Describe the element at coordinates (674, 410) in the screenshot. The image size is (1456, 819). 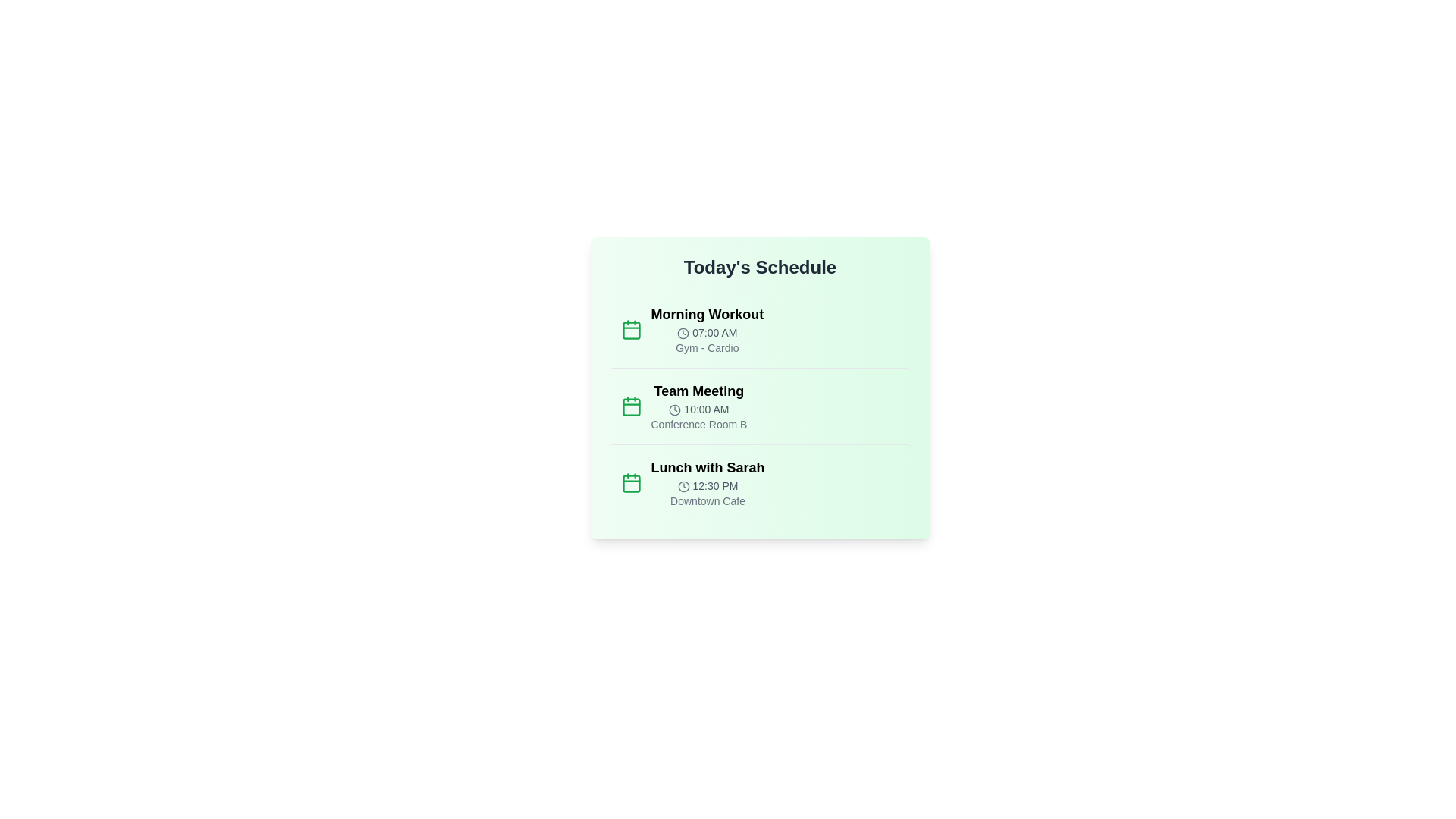
I see `the clock icon for the Team Meeting event` at that location.